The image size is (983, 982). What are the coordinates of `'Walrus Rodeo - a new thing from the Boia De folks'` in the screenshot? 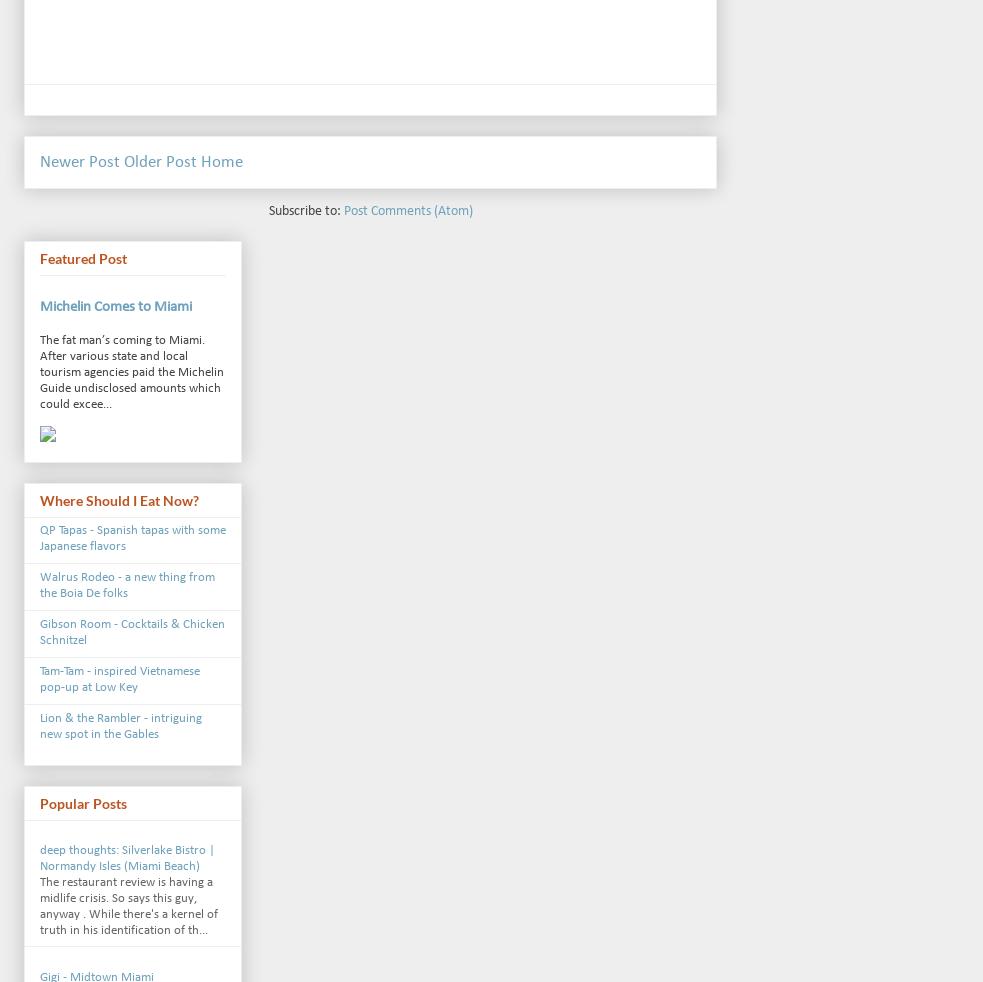 It's located at (126, 584).